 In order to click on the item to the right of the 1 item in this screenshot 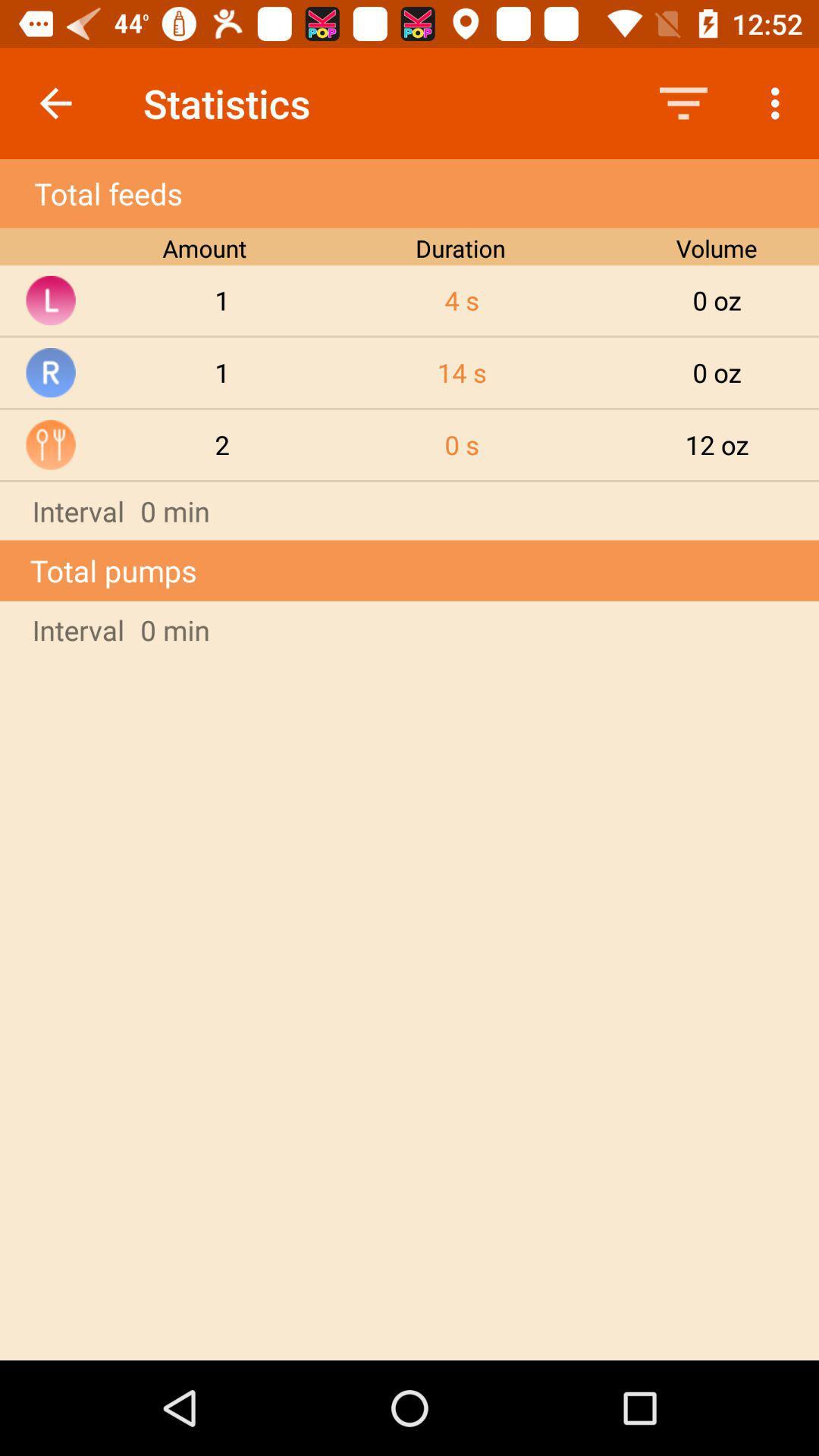, I will do `click(461, 372)`.